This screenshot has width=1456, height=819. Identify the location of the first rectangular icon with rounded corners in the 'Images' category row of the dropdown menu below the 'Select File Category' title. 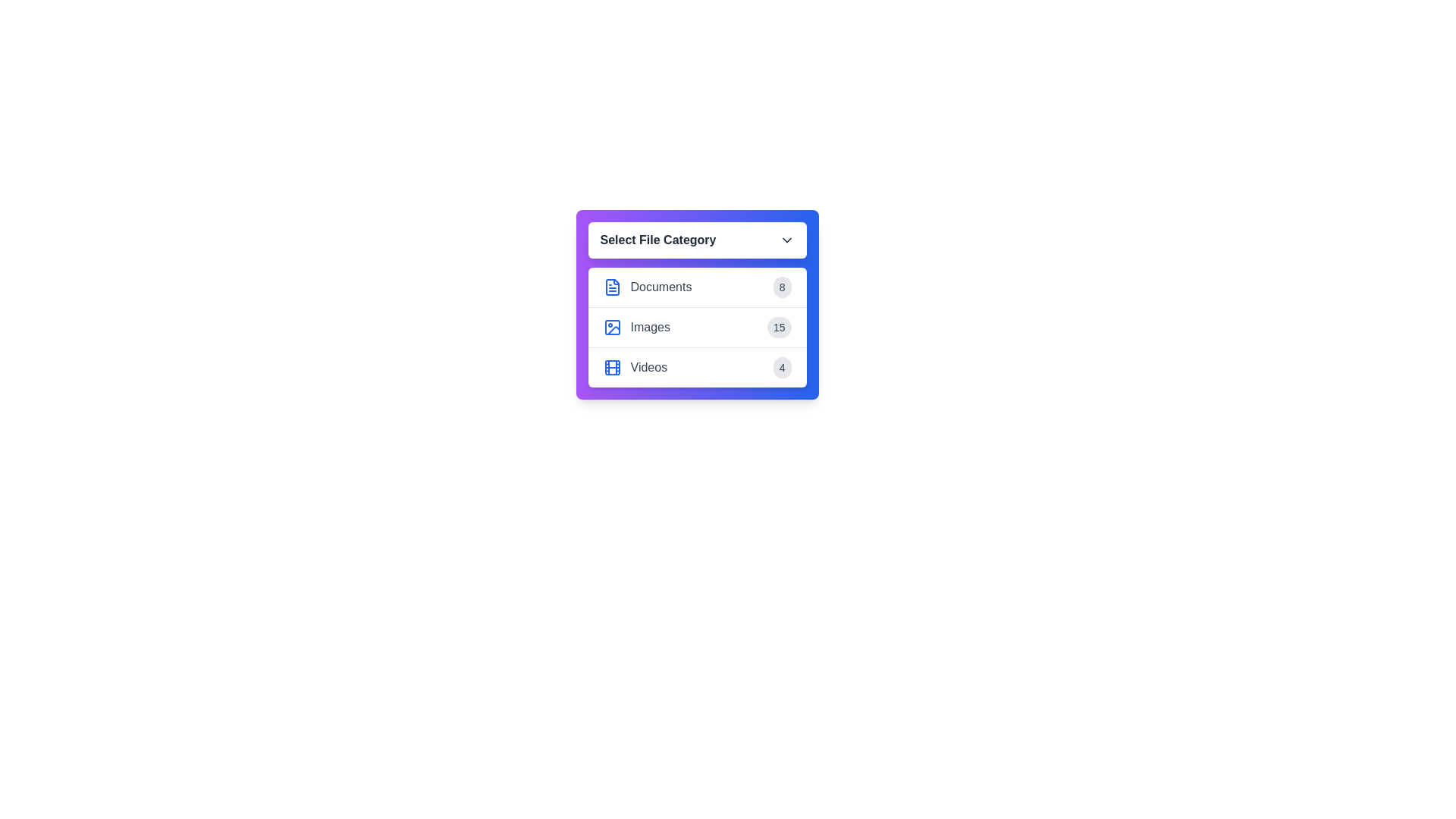
(612, 327).